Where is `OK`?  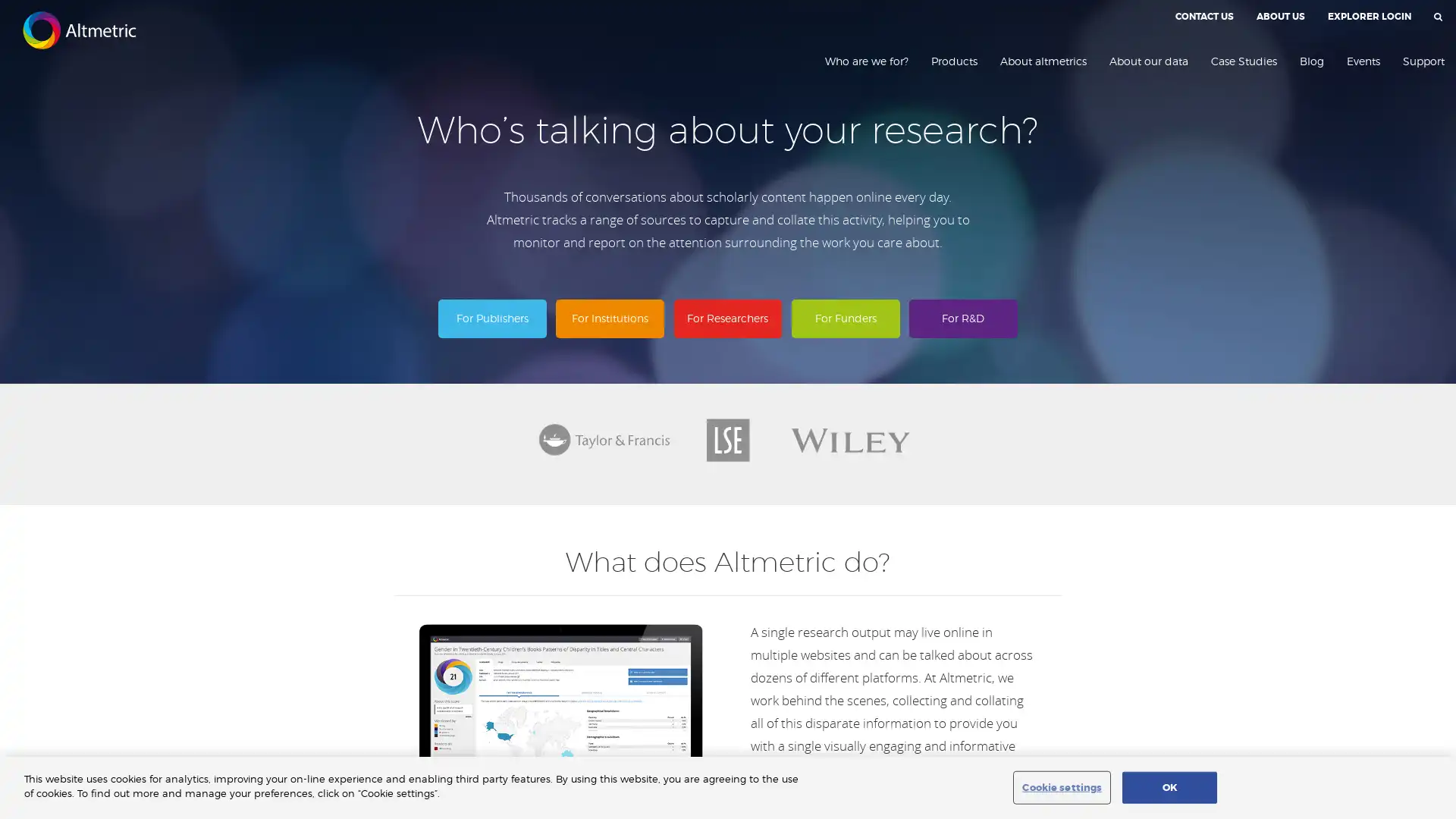
OK is located at coordinates (1169, 786).